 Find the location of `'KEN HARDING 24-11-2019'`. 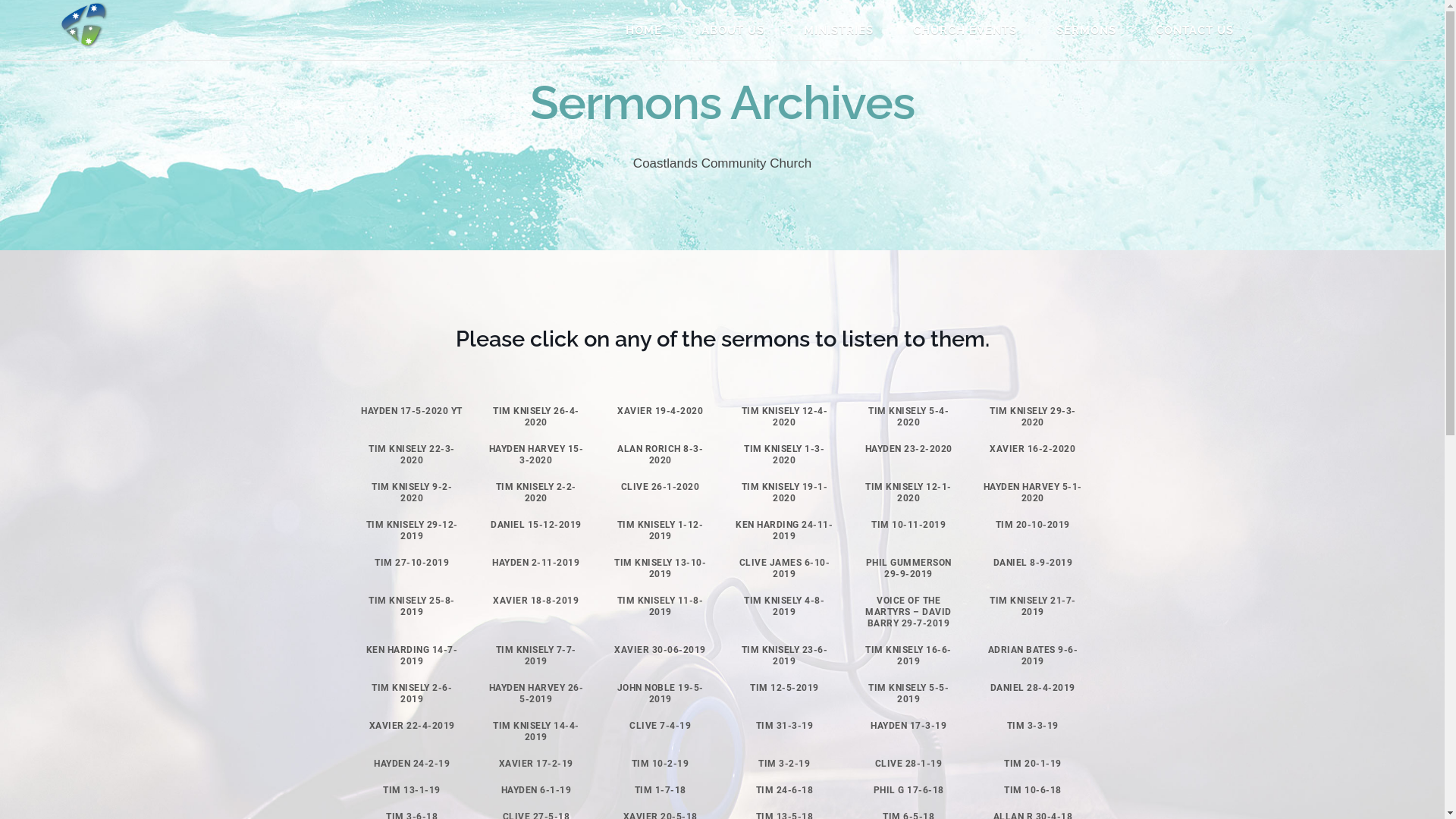

'KEN HARDING 24-11-2019' is located at coordinates (783, 529).